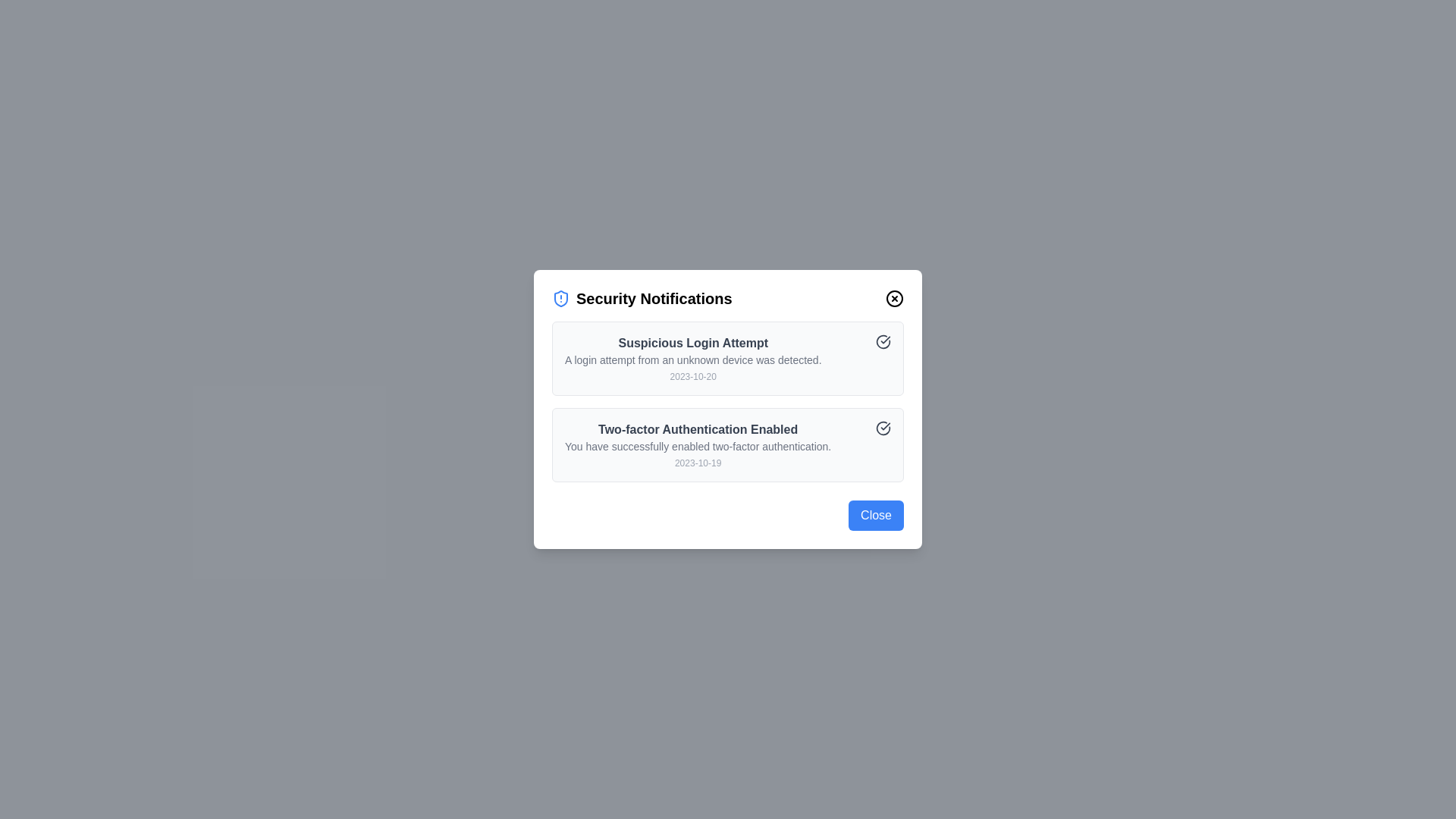 The width and height of the screenshot is (1456, 819). What do you see at coordinates (697, 446) in the screenshot?
I see `the static text block displaying the message 'You have successfully enabled two-factor authentication.' which is located below the title 'Two-factor Authentication Enabled.'` at bounding box center [697, 446].